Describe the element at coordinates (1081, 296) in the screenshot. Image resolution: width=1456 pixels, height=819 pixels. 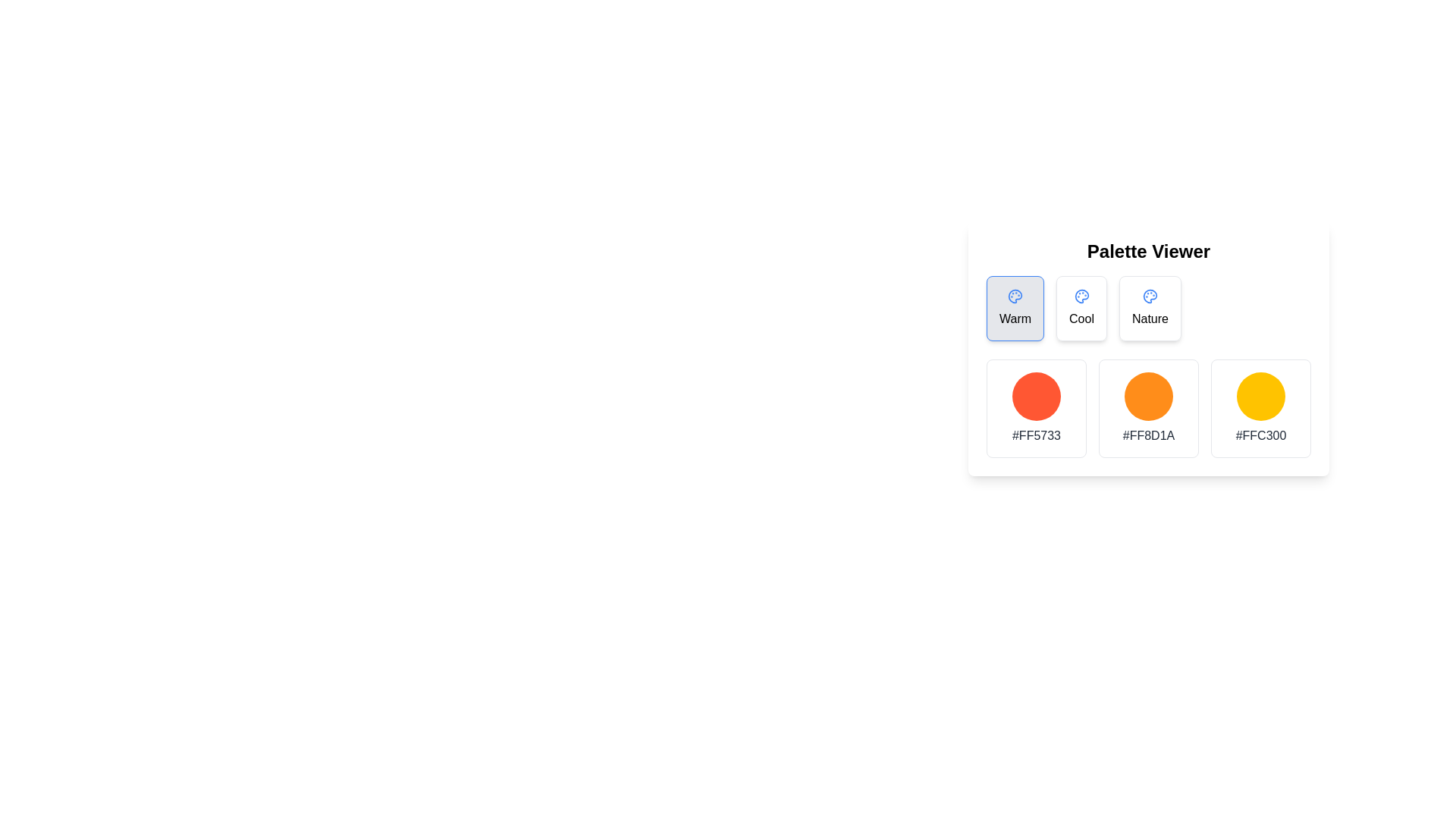
I see `the 'Cool' theme icon located in the second position among three card-like buttons labeled 'Warm', 'Cool', and 'Nature'` at that location.